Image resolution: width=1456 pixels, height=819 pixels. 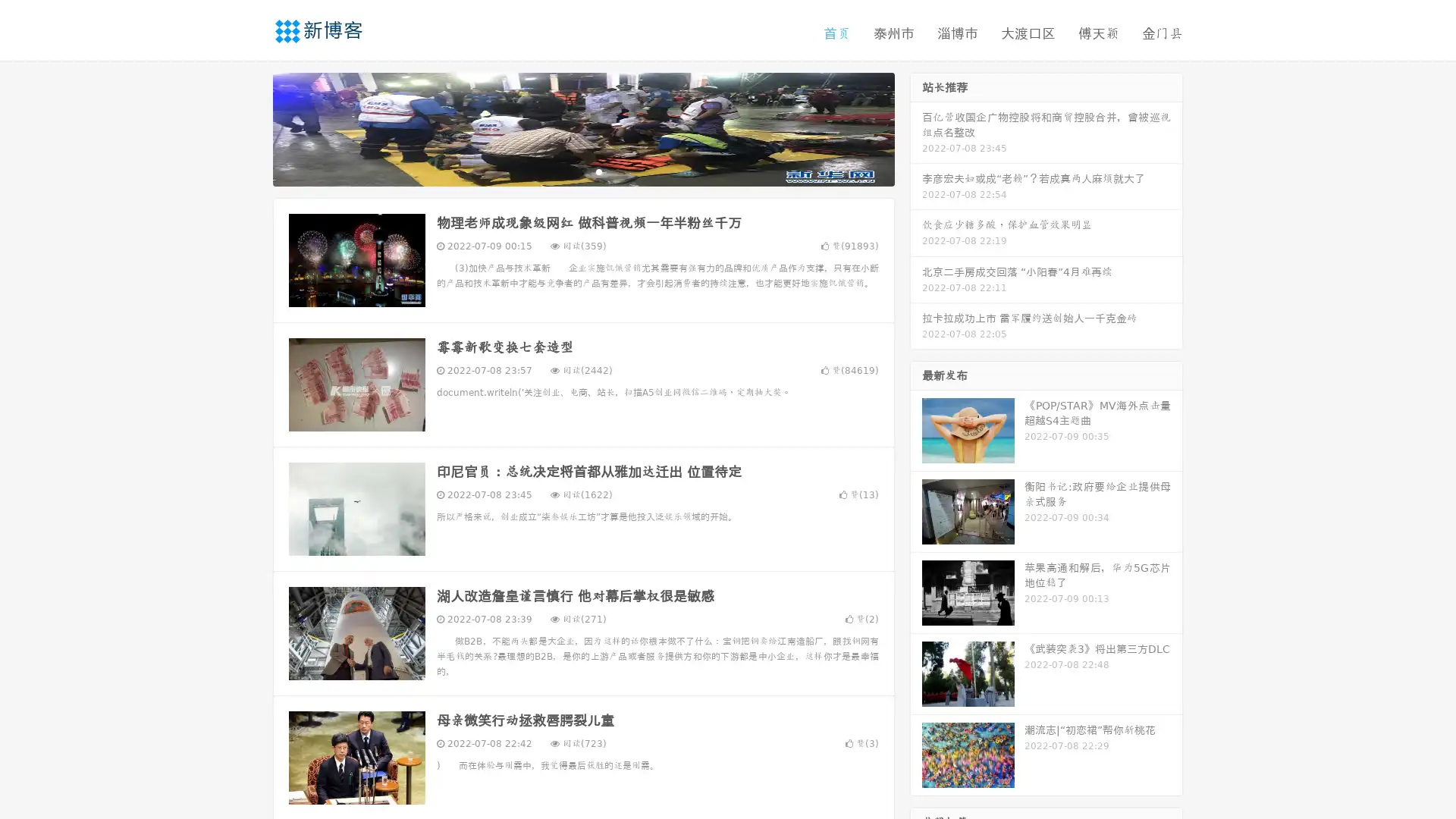 I want to click on Go to slide 2, so click(x=582, y=171).